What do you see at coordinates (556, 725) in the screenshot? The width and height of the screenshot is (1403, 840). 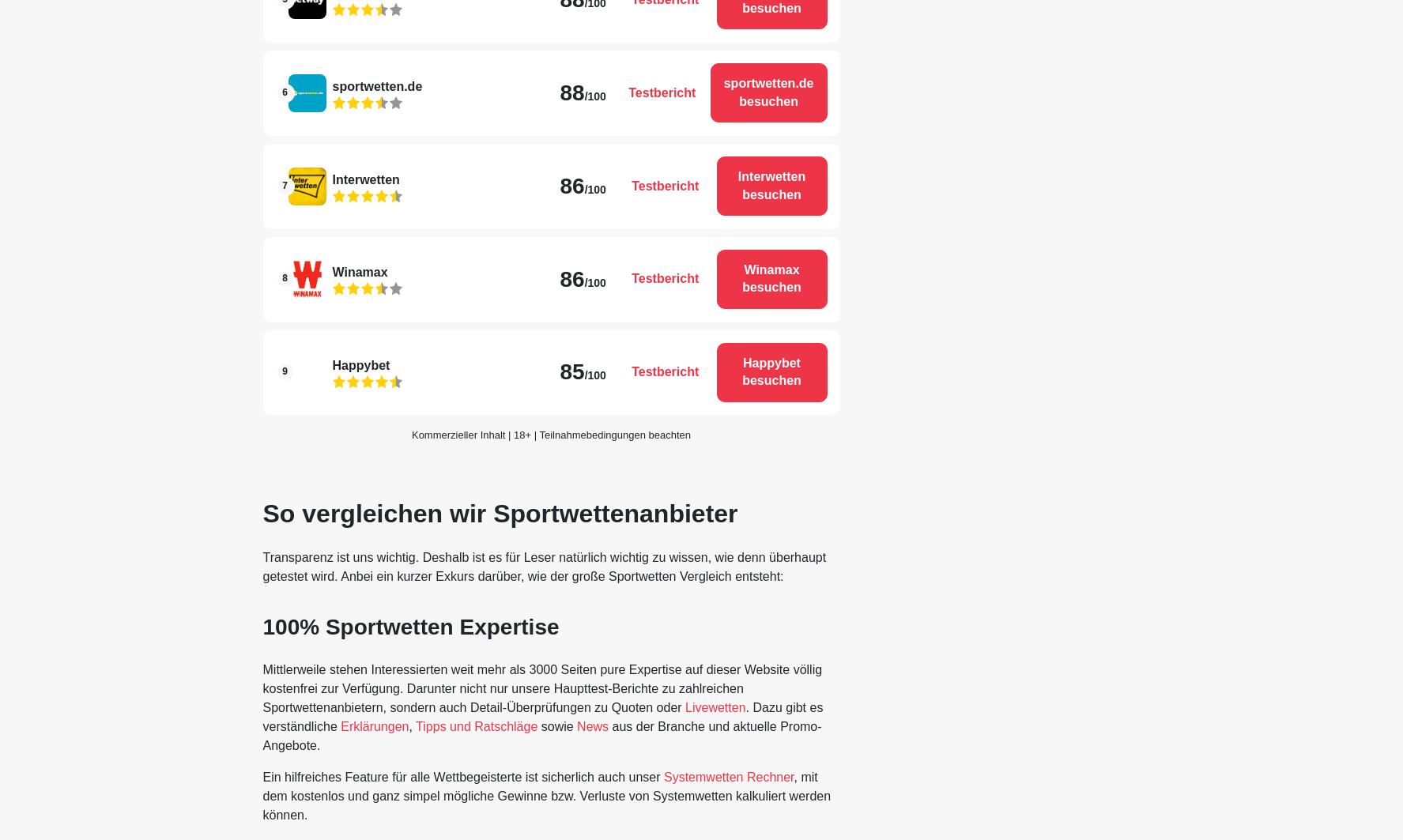 I see `'sowie'` at bounding box center [556, 725].